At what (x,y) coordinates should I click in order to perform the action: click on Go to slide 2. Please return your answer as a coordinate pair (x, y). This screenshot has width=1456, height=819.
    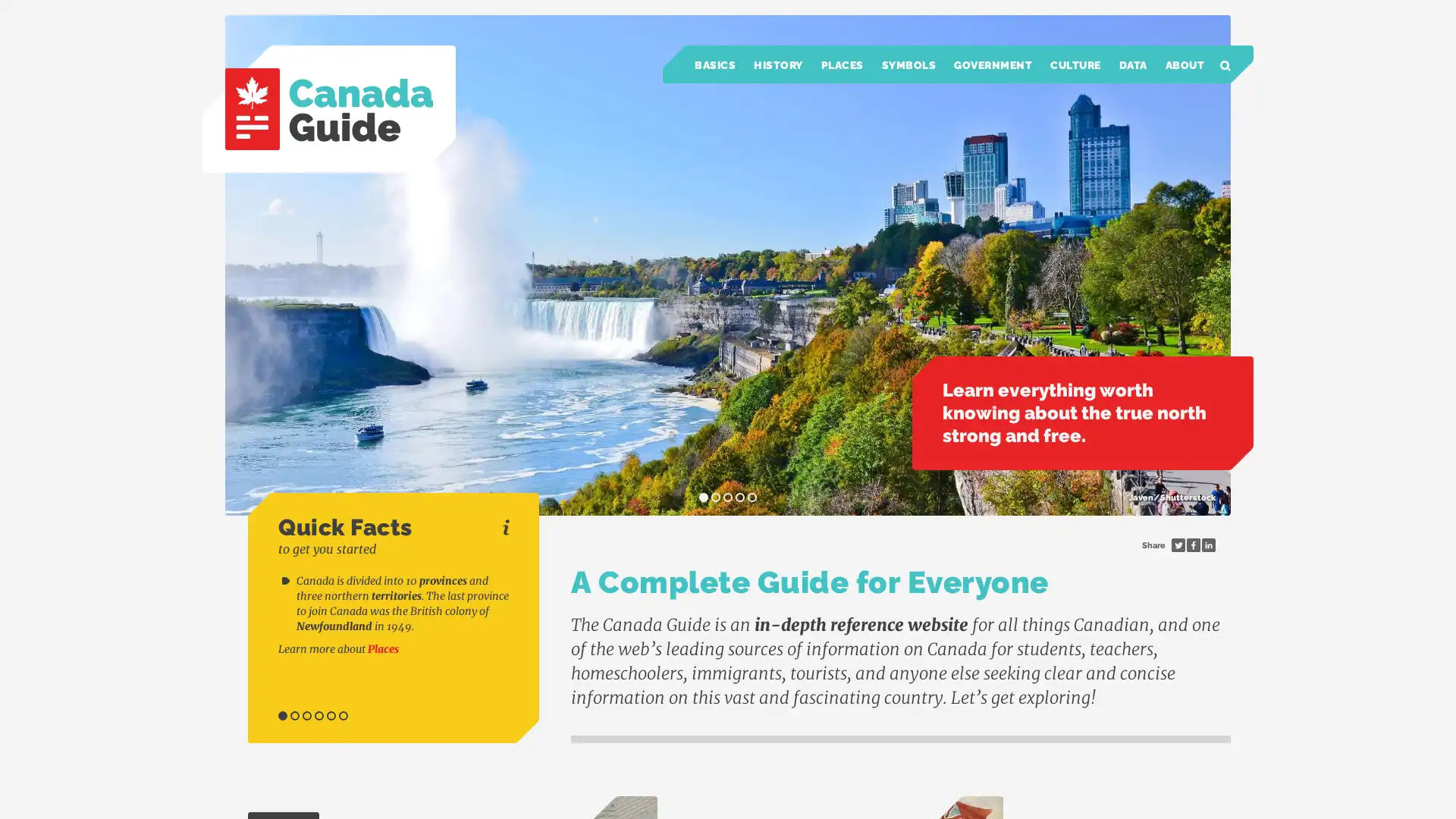
    Looking at the image, I should click on (715, 497).